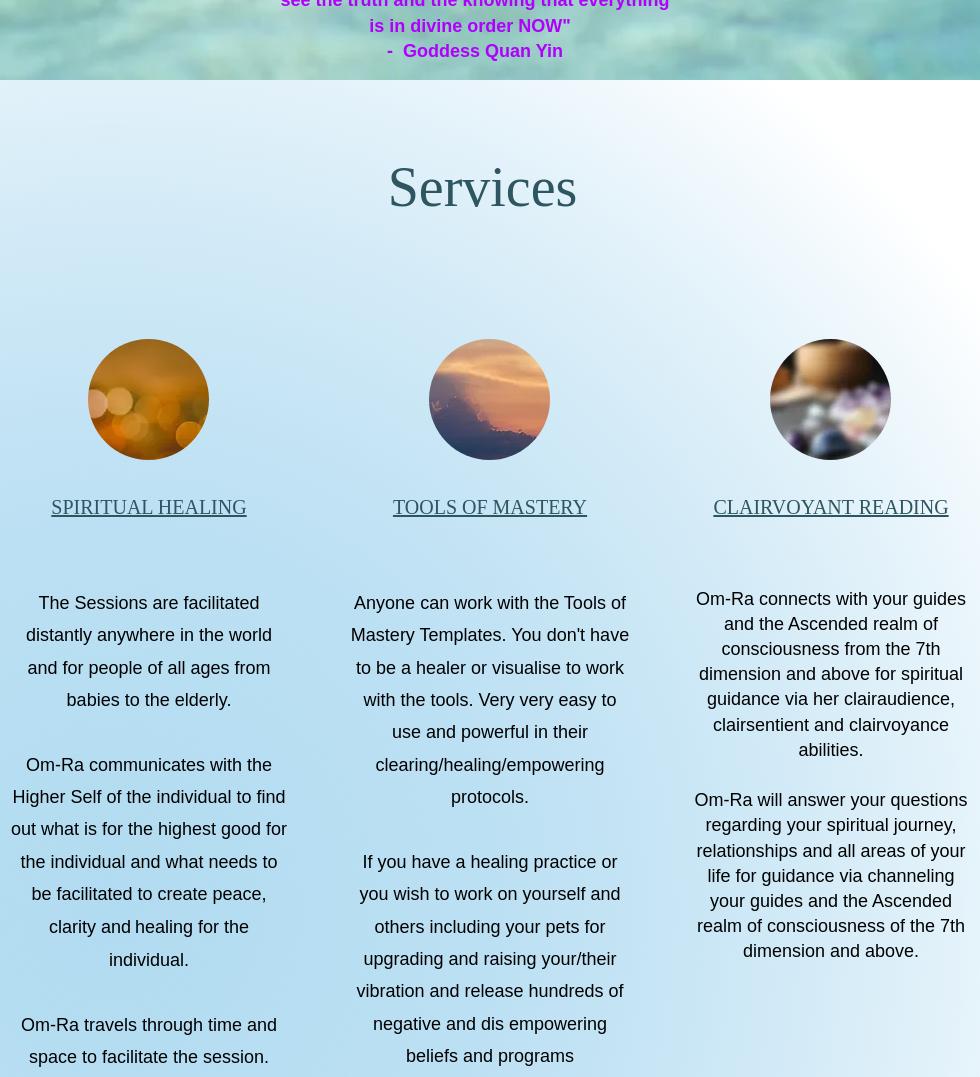  What do you see at coordinates (830, 875) in the screenshot?
I see `'Om-Ra will answer your questions regarding your spiritual journey, relationships and all areas of your life for guidance via channeling your guides and the Ascended realm of consciousness of the 7th dimension and above.'` at bounding box center [830, 875].